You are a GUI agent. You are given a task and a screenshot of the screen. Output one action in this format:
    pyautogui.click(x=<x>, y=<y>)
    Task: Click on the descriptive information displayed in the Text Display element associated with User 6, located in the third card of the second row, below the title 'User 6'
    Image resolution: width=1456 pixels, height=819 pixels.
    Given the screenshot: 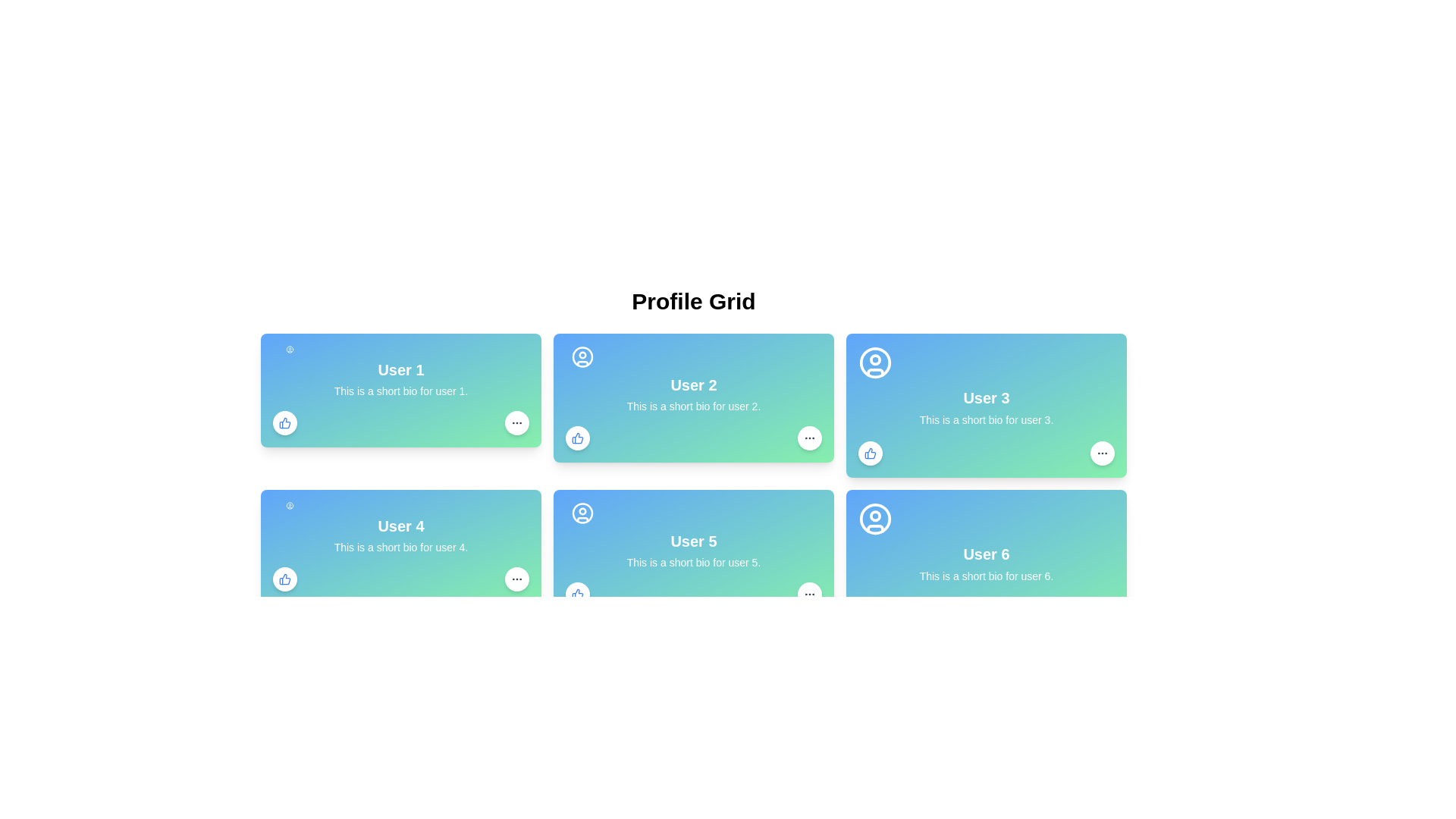 What is the action you would take?
    pyautogui.click(x=986, y=576)
    